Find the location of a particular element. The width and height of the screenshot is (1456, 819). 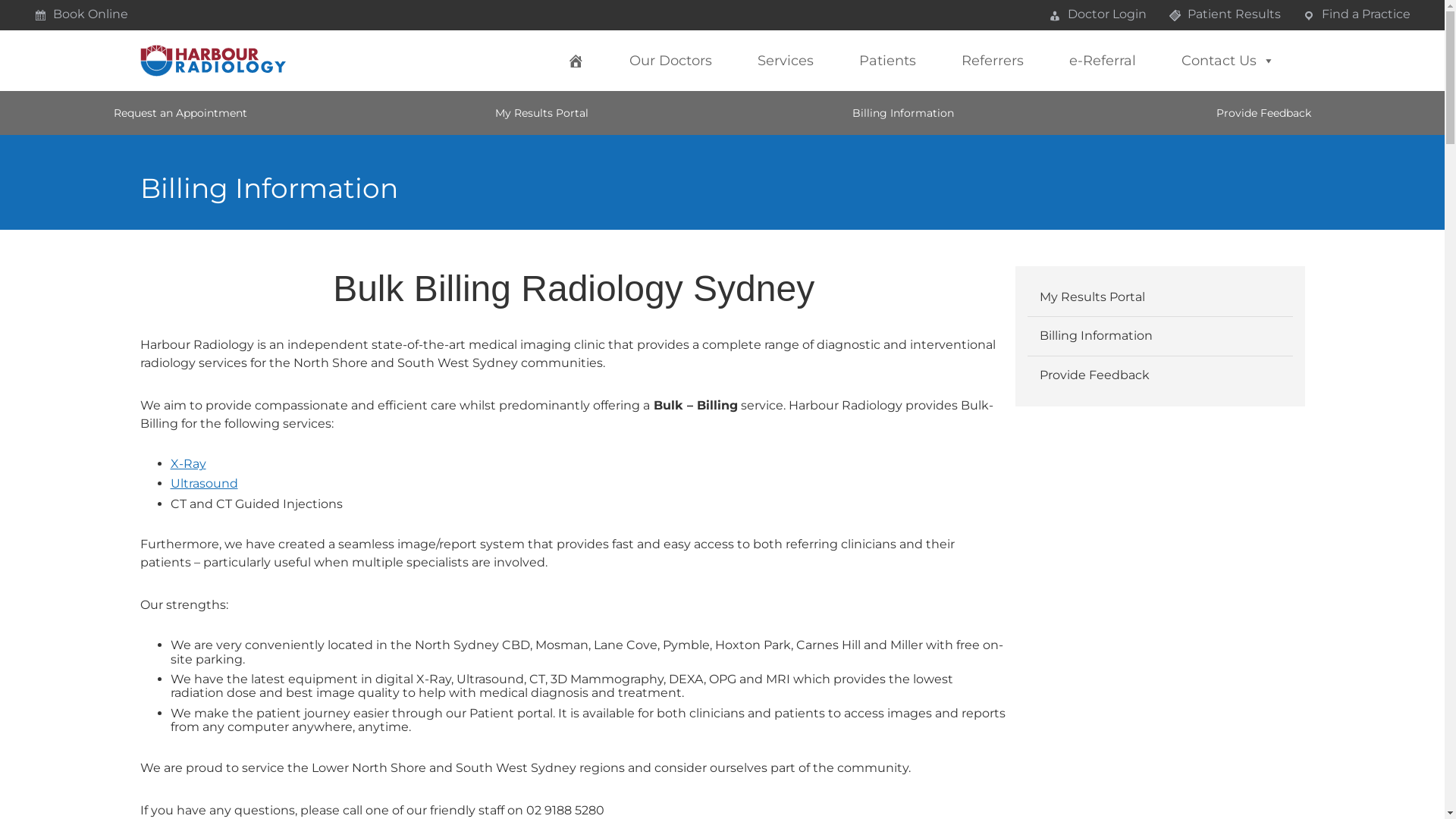

'Find a Practice' is located at coordinates (1357, 14).